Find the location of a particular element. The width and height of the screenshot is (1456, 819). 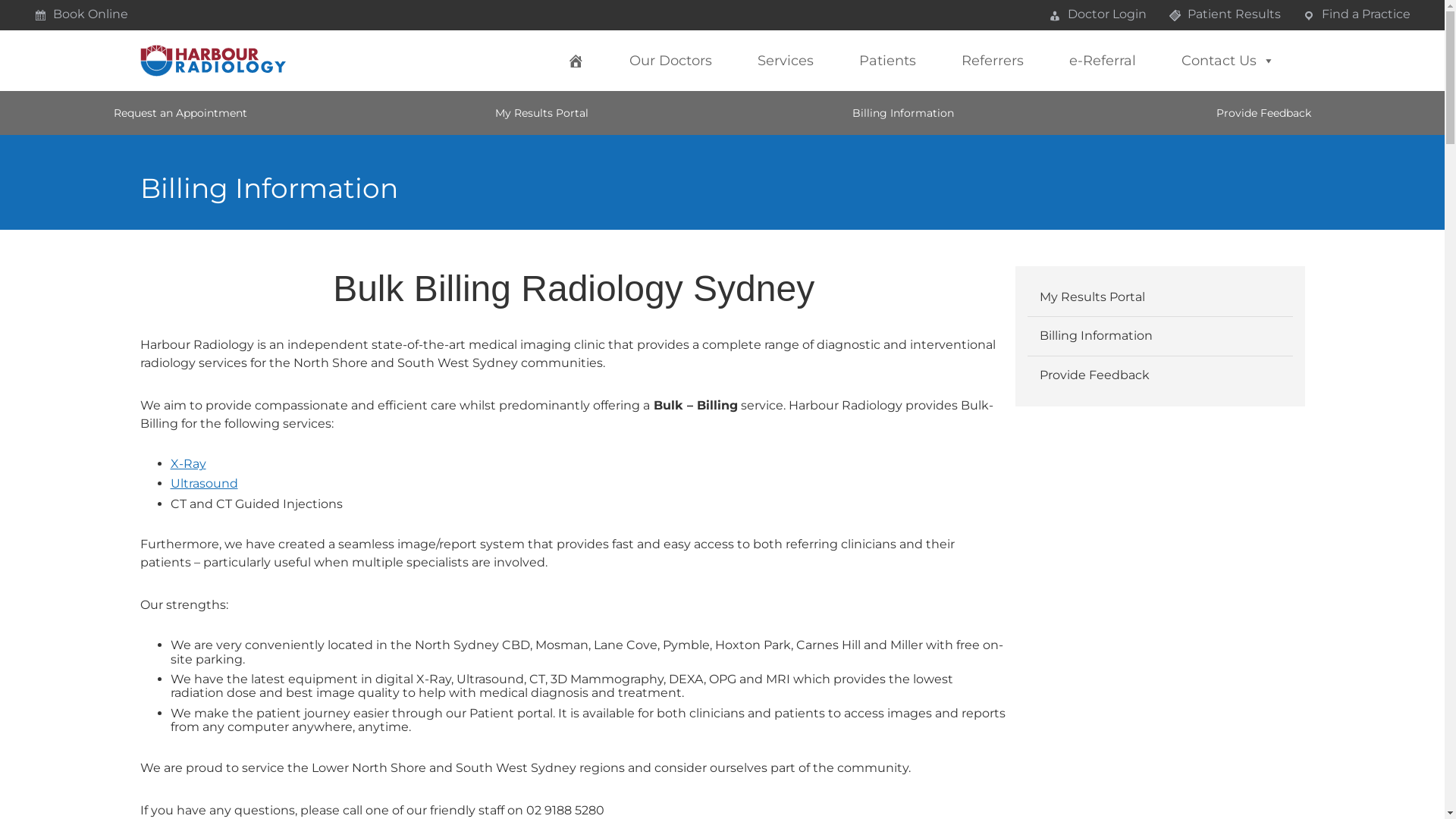

'Find a Practice' is located at coordinates (1357, 14).